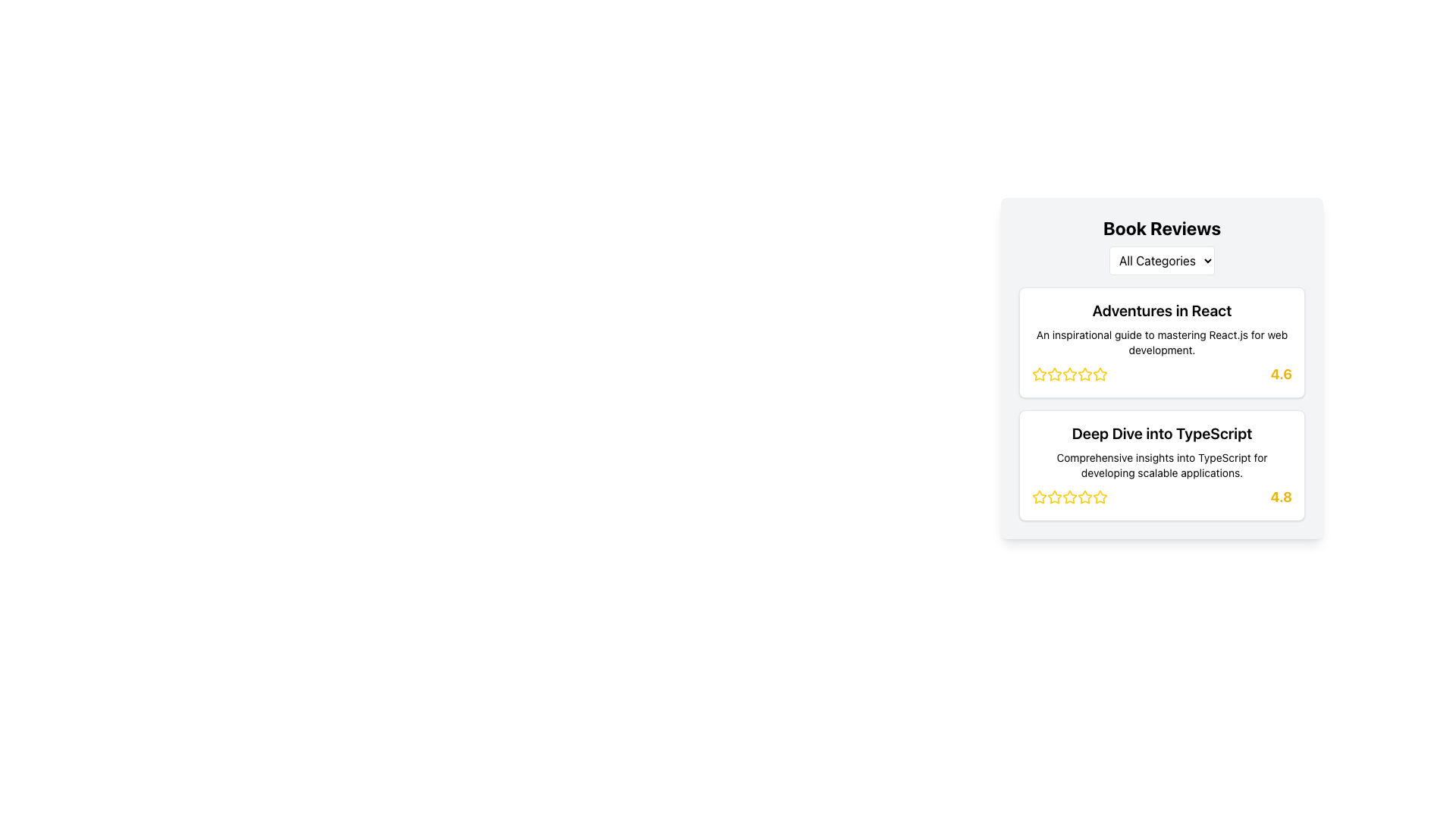 This screenshot has height=819, width=1456. Describe the element at coordinates (1280, 374) in the screenshot. I see `the bold yellow text displaying the numeric value '4.6' that is aligned to the right side of the book review for 'Adventures in React'` at that location.